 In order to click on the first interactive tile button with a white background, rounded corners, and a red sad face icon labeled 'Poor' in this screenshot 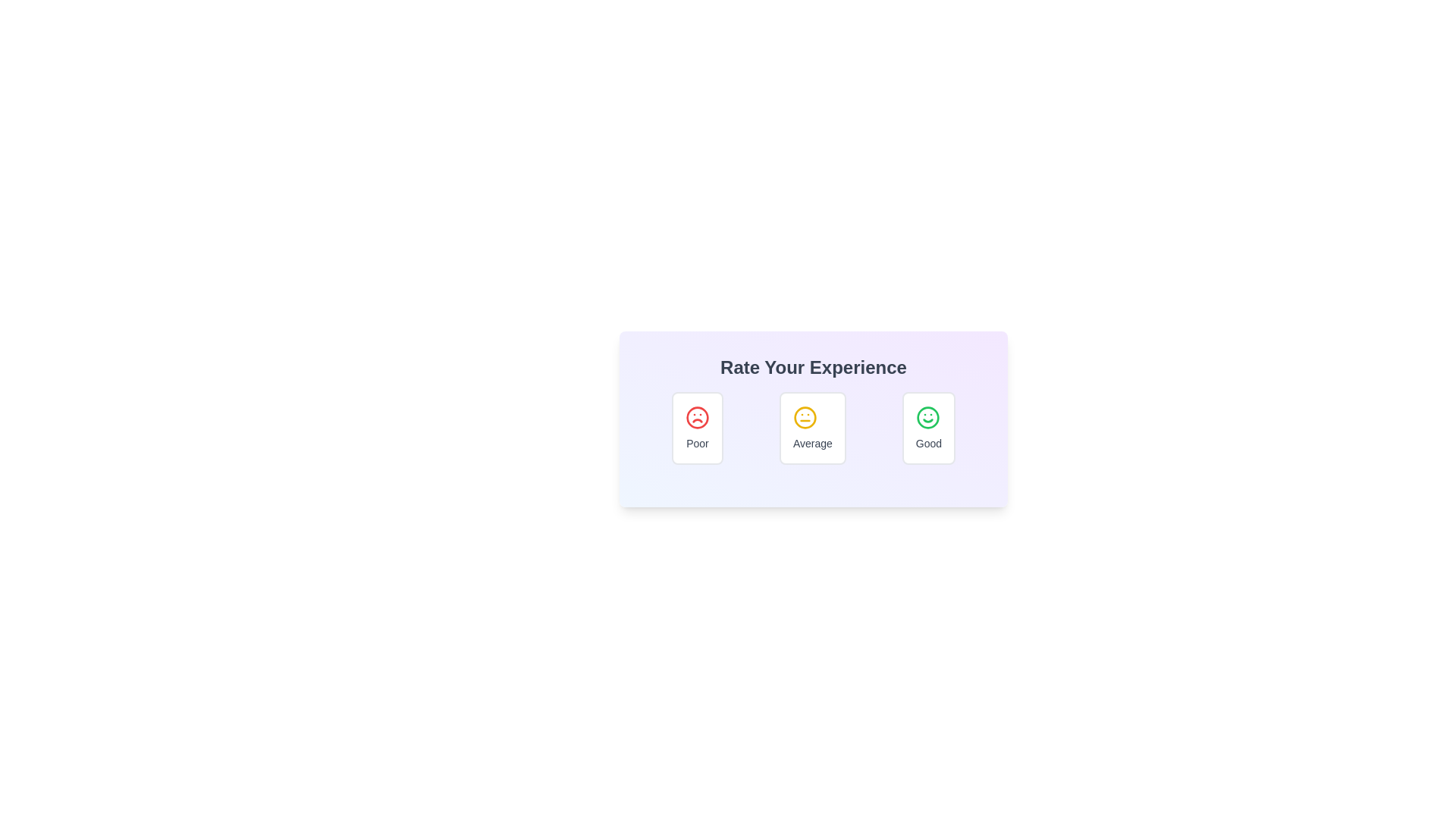, I will do `click(697, 428)`.